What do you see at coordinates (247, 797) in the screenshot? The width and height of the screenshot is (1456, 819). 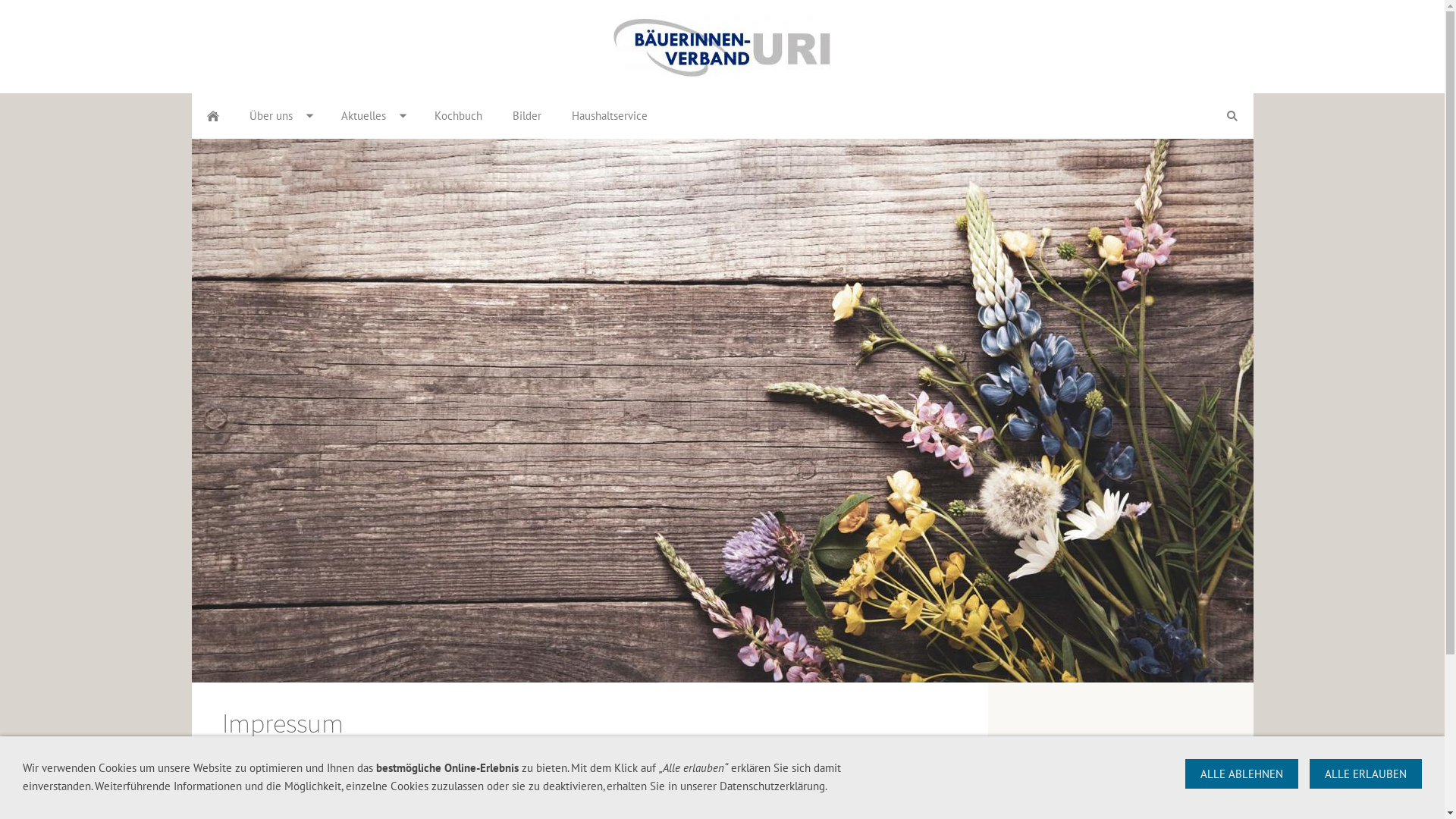 I see `'edith.gisler@baeuerinnen-uri.ch'` at bounding box center [247, 797].